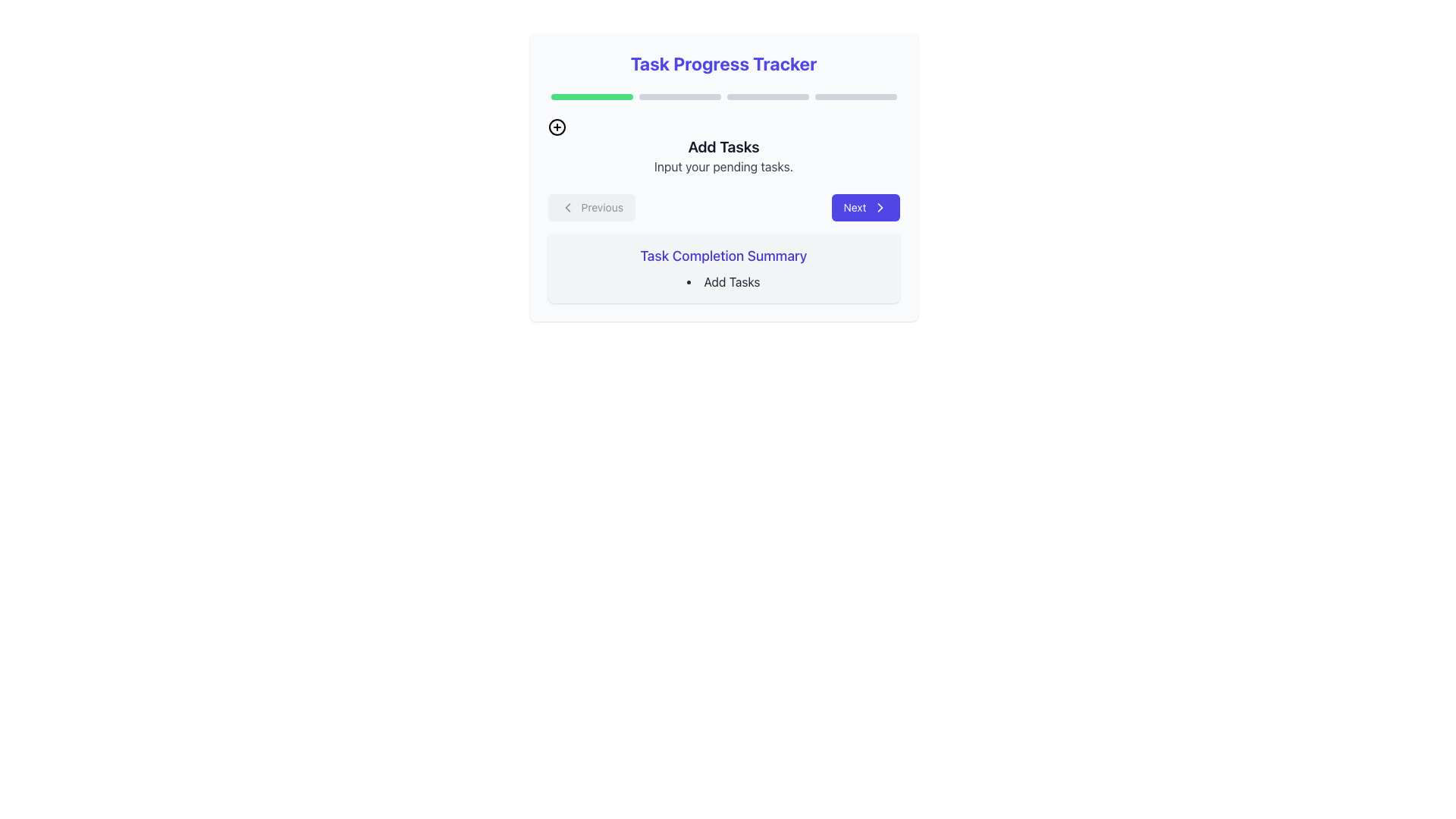 This screenshot has height=819, width=1456. I want to click on the fourth segment of the progress bar, which visually indicates the final stage of a process and is positioned to the right of three segments, with the first being green and the others light gray, so click(855, 96).